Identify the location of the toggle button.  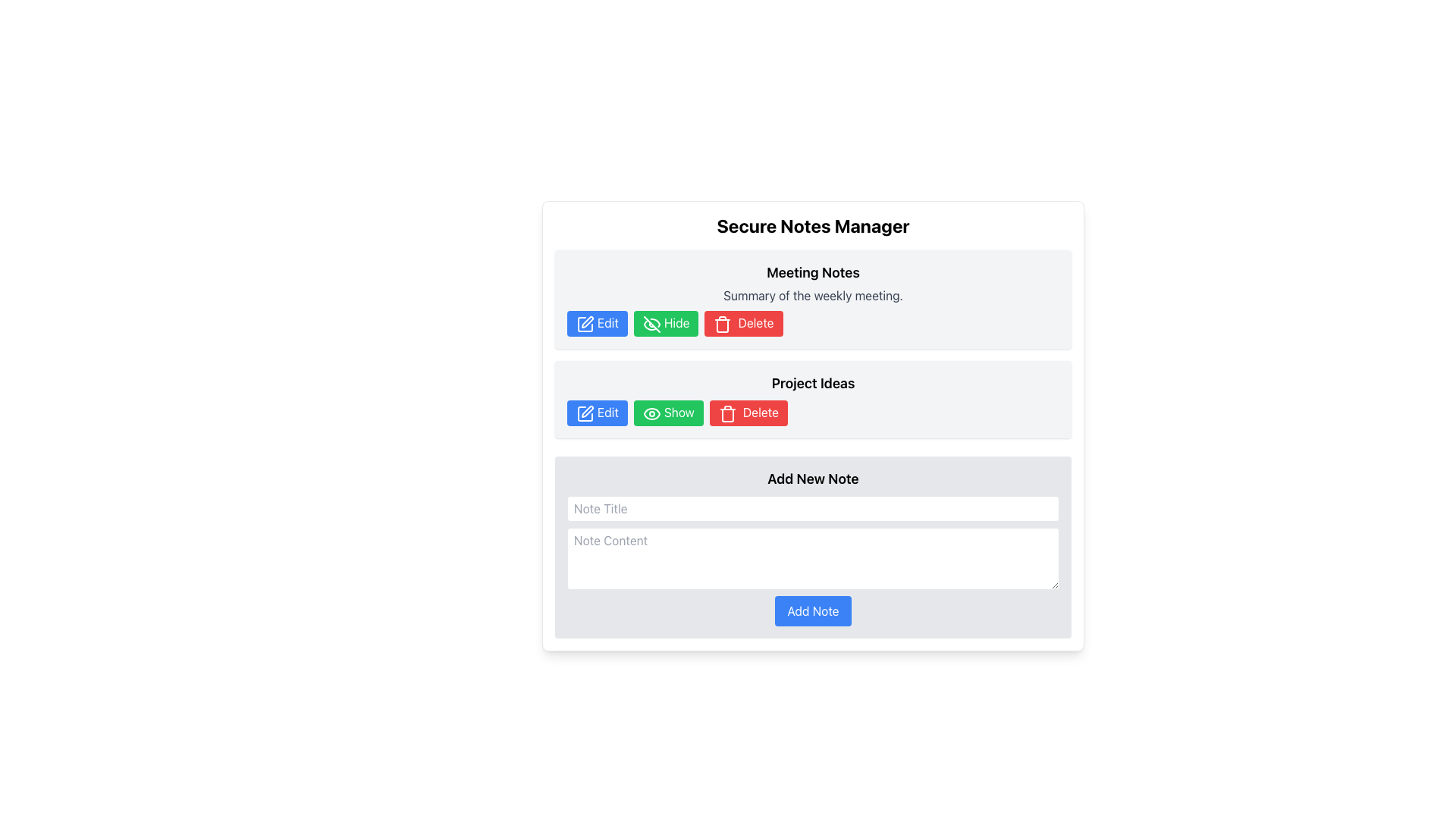
(667, 413).